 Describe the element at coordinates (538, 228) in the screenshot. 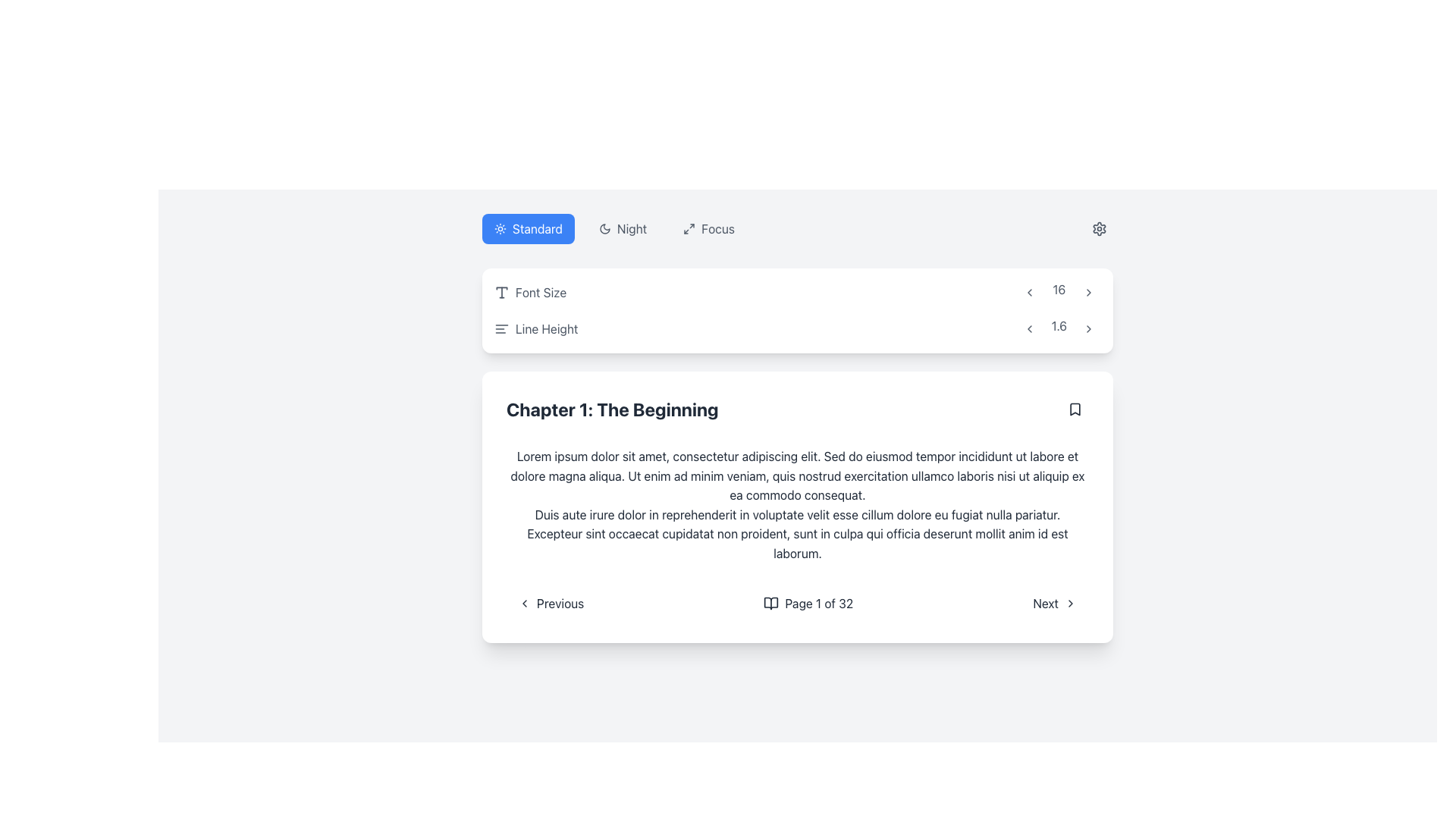

I see `the text label reading 'Standard' which is centered within a rounded blue rectangular button, located in the top-left section of the interface` at that location.